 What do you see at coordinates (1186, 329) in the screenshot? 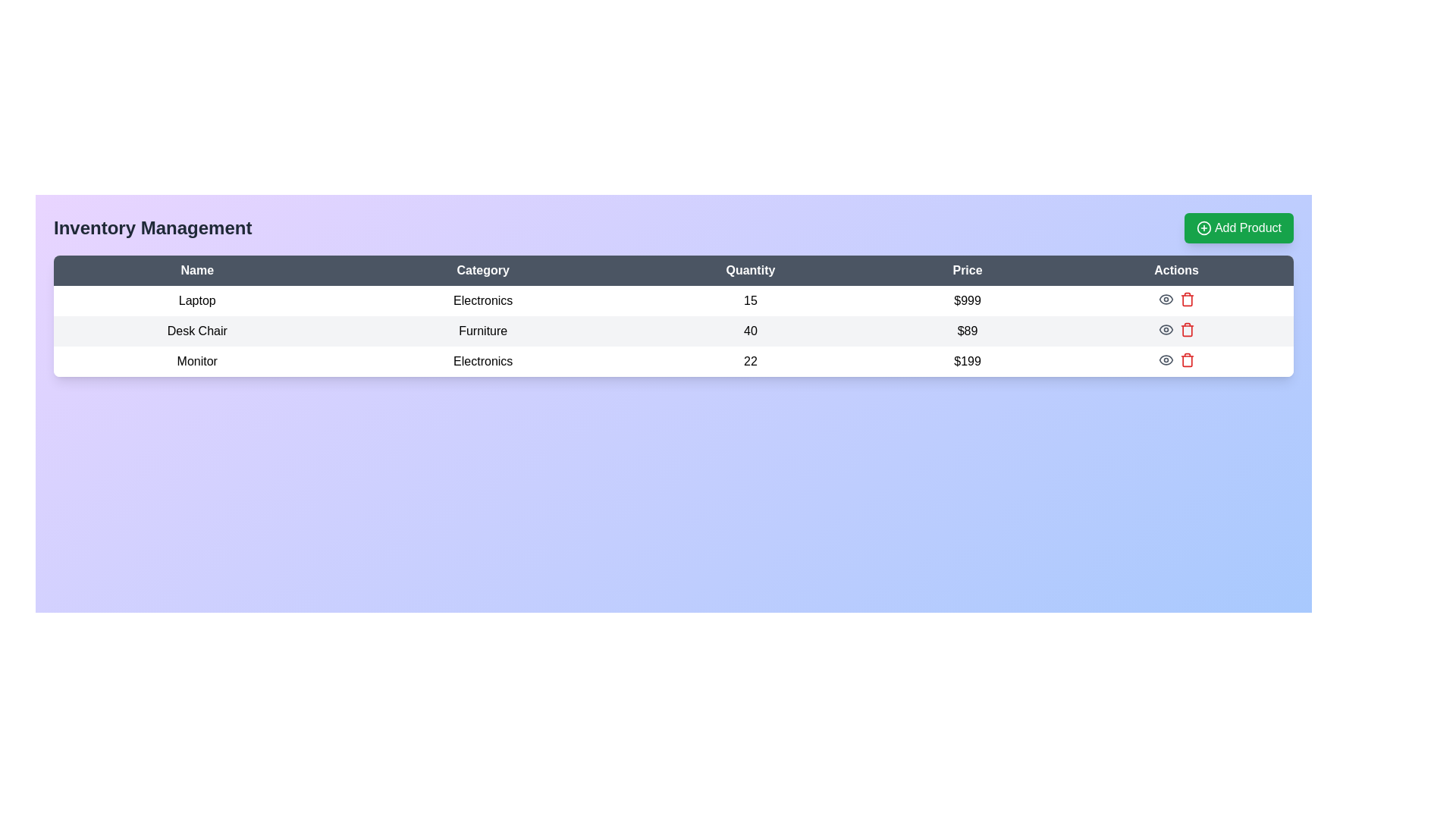
I see `the red trash can icon located in the 'Actions' column of the third row` at bounding box center [1186, 329].